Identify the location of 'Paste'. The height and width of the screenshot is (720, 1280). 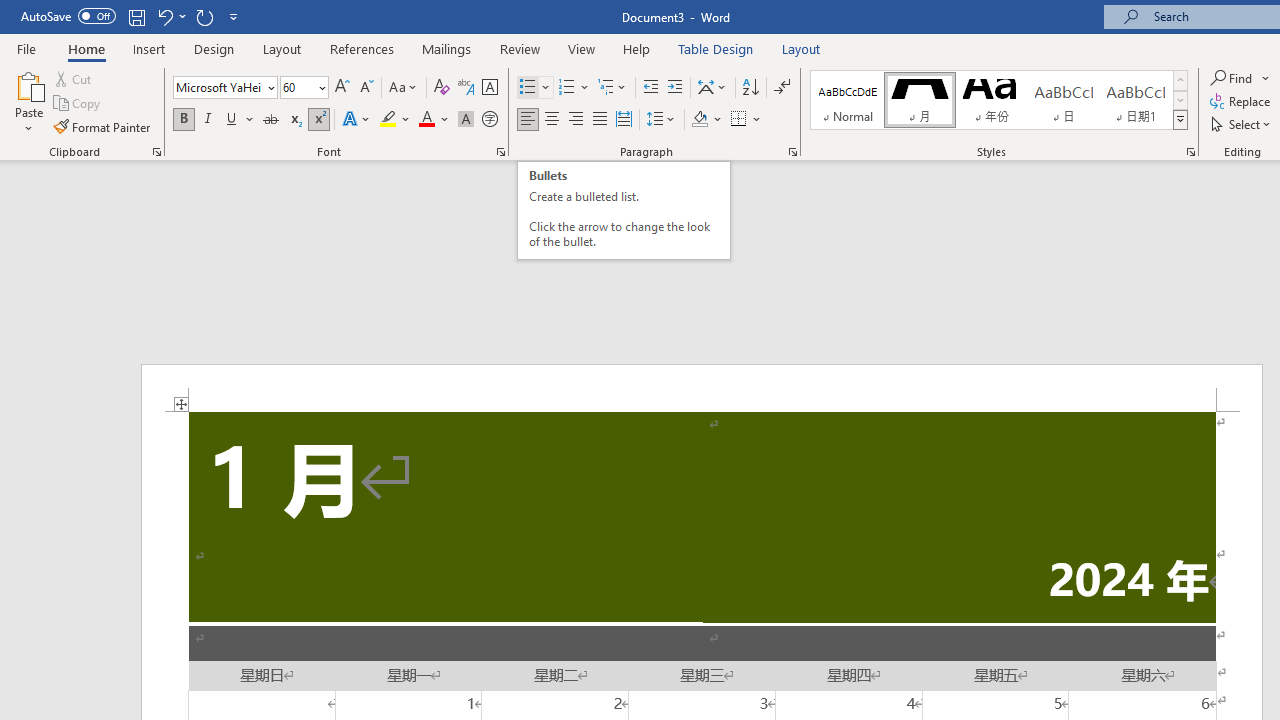
(28, 103).